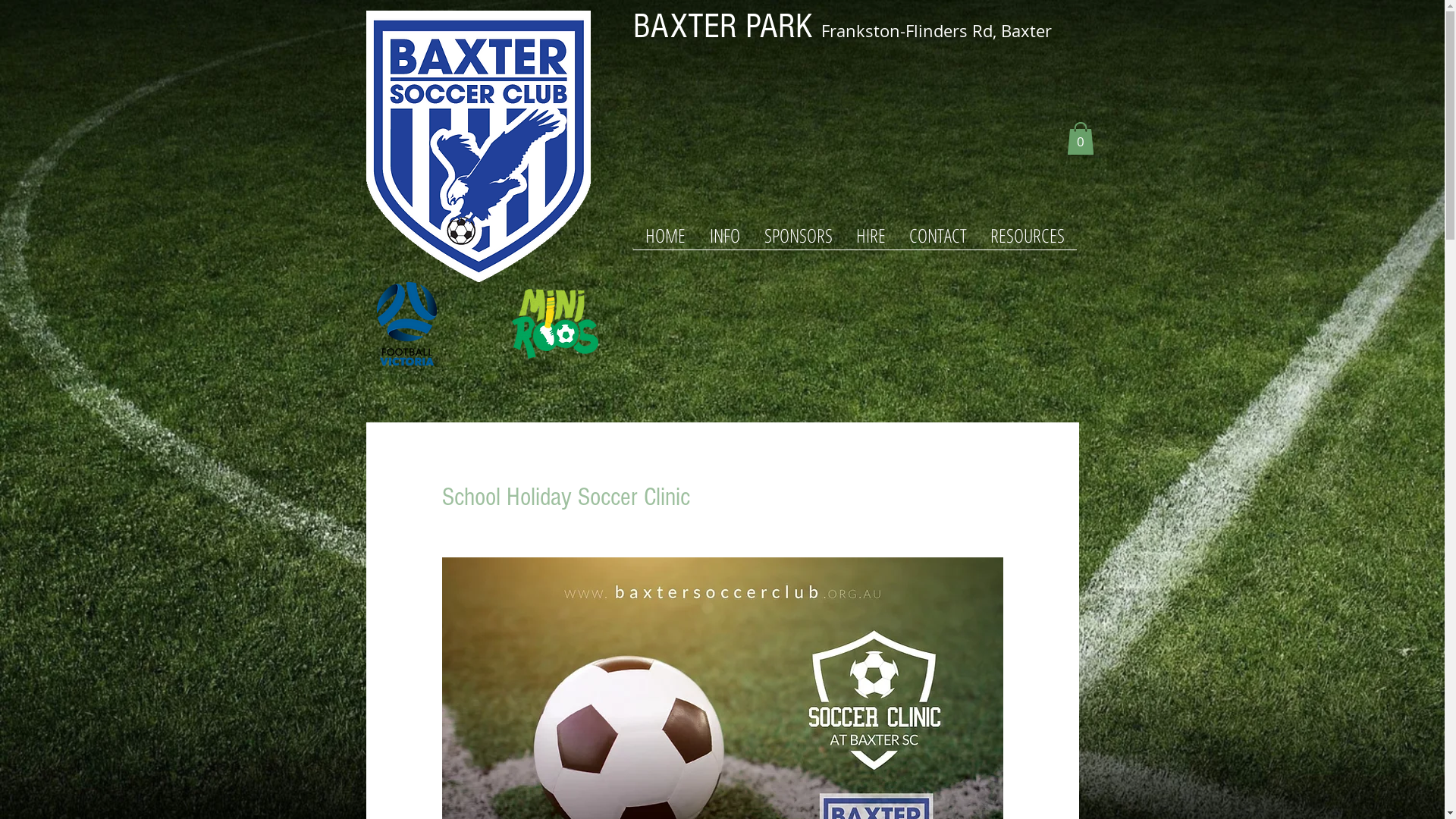 The height and width of the screenshot is (819, 1456). What do you see at coordinates (752, 239) in the screenshot?
I see `'SPONSORS'` at bounding box center [752, 239].